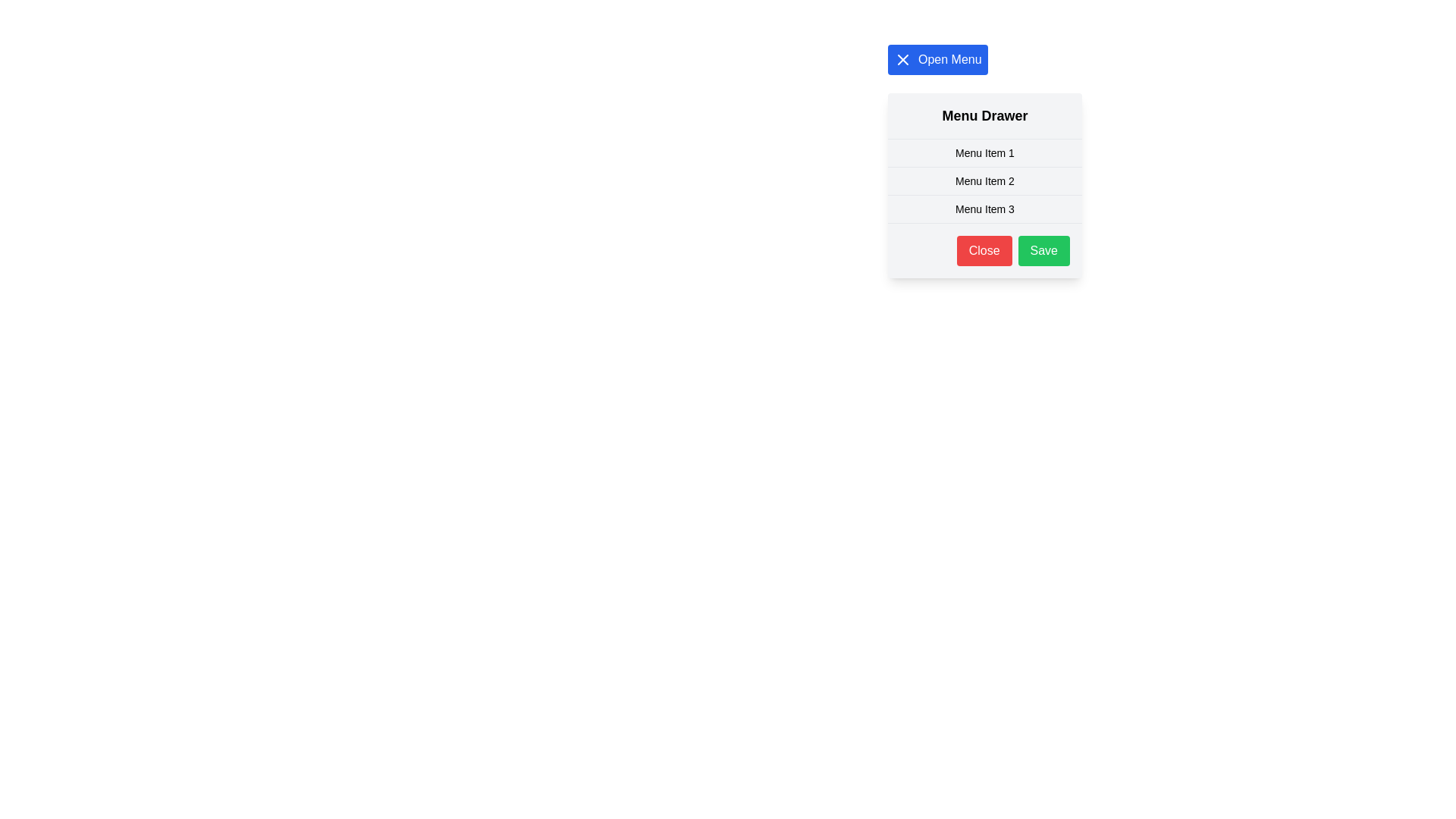 The image size is (1456, 819). Describe the element at coordinates (985, 209) in the screenshot. I see `the 'Menu Item 3'` at that location.